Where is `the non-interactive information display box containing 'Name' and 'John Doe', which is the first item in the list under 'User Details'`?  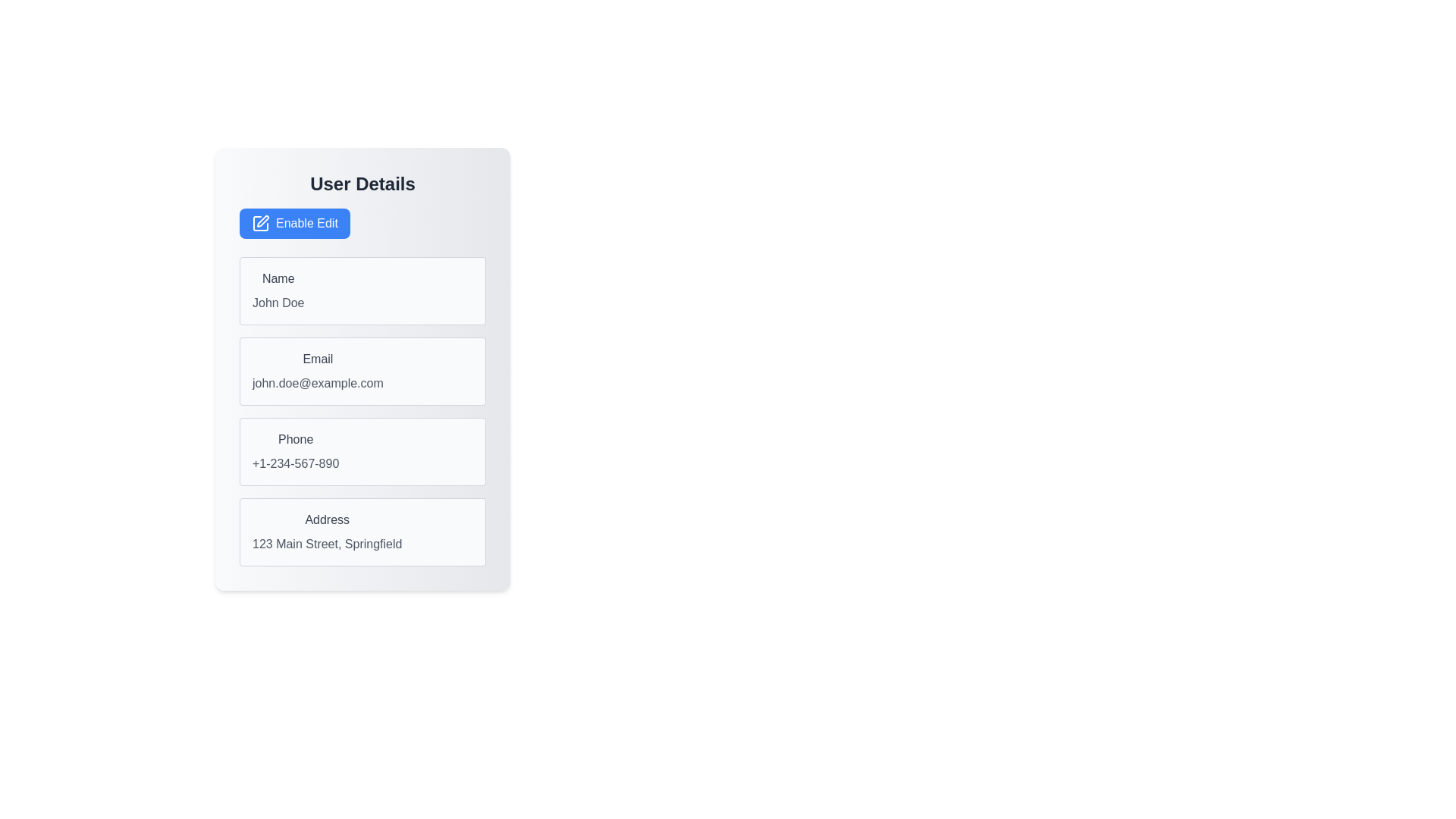 the non-interactive information display box containing 'Name' and 'John Doe', which is the first item in the list under 'User Details' is located at coordinates (362, 291).